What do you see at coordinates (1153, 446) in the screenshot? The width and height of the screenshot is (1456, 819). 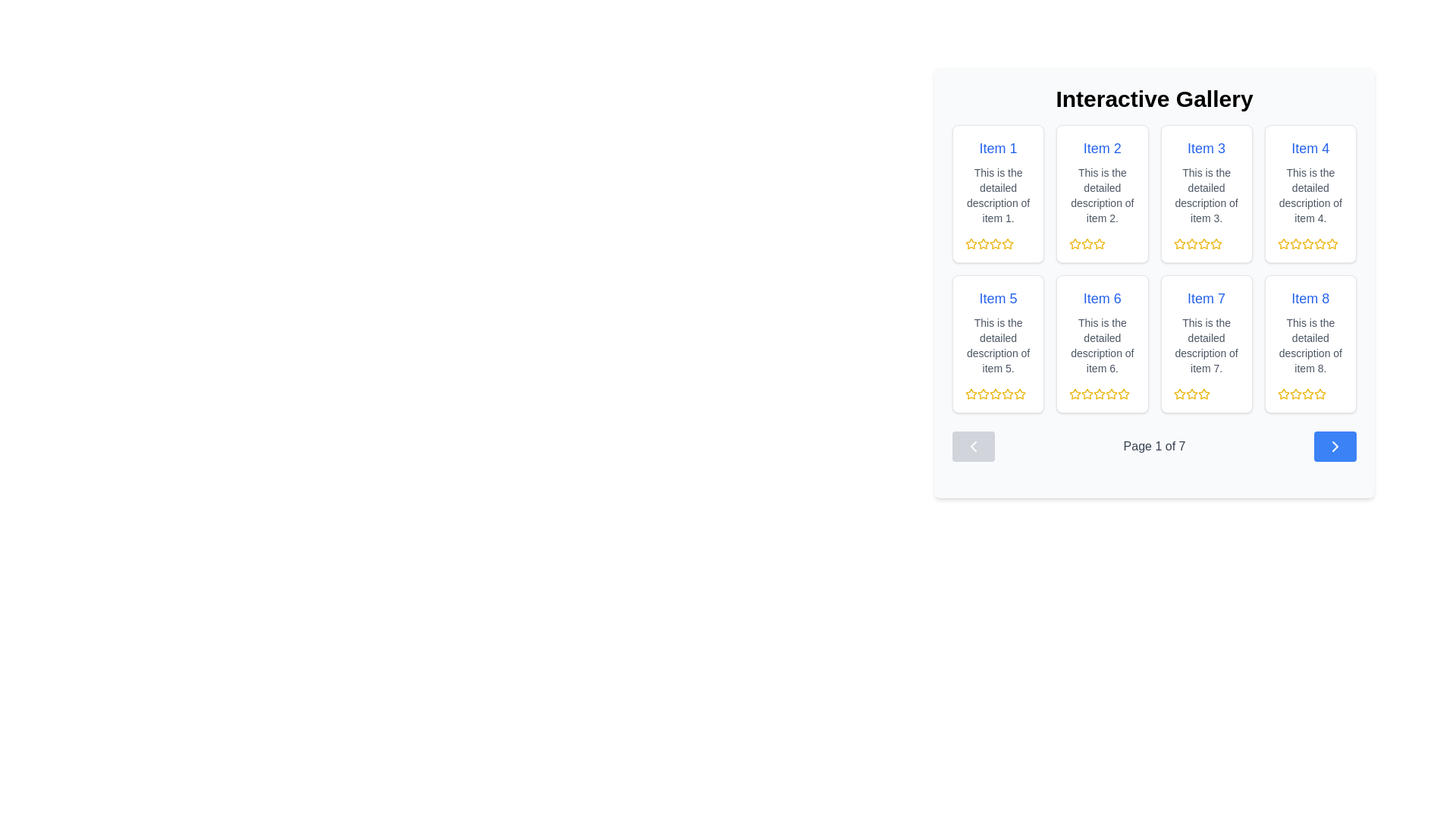 I see `the static text label indicating the current page number and total pages available in the pagination system` at bounding box center [1153, 446].